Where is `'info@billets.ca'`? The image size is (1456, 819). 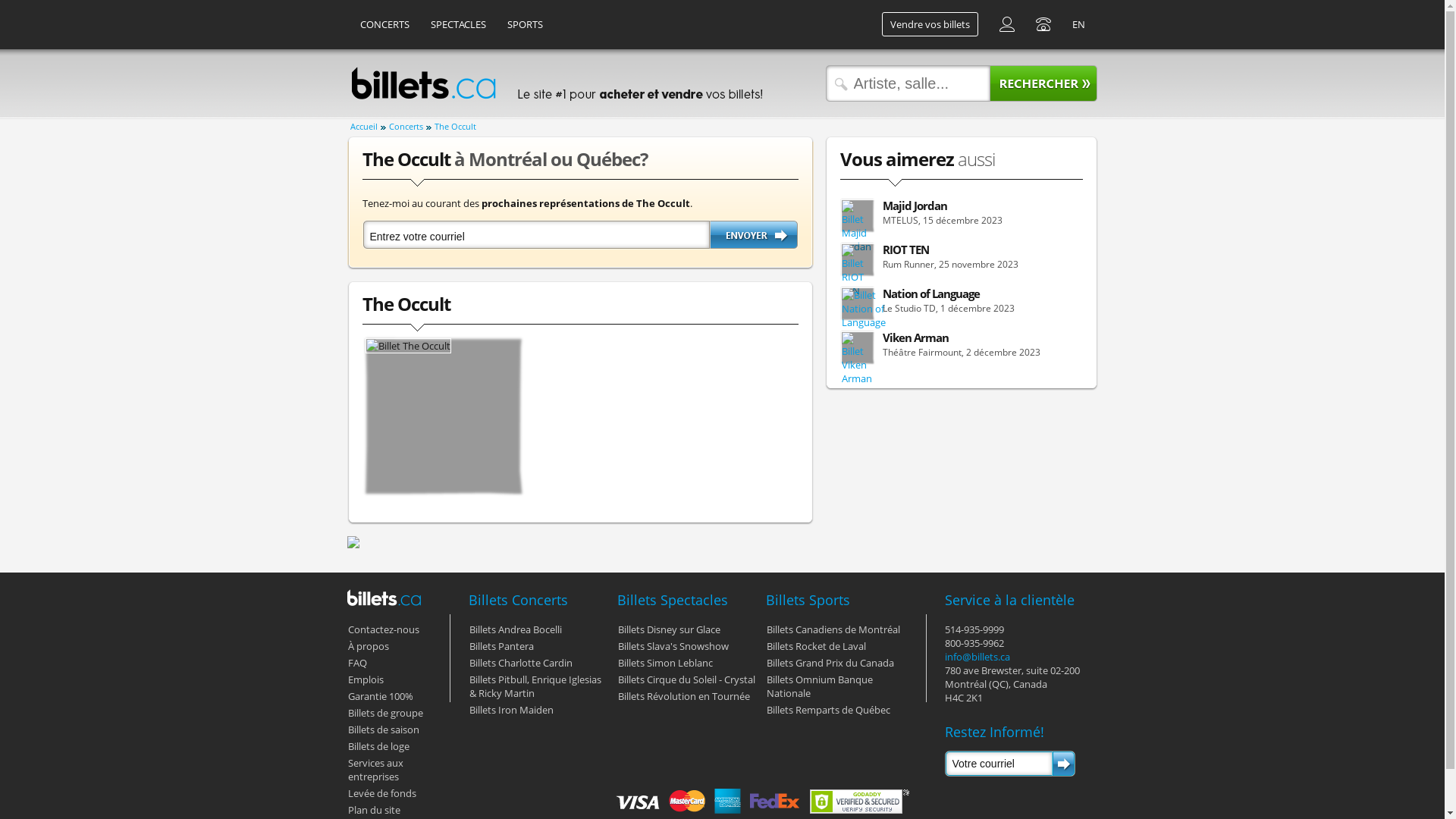 'info@billets.ca' is located at coordinates (977, 656).